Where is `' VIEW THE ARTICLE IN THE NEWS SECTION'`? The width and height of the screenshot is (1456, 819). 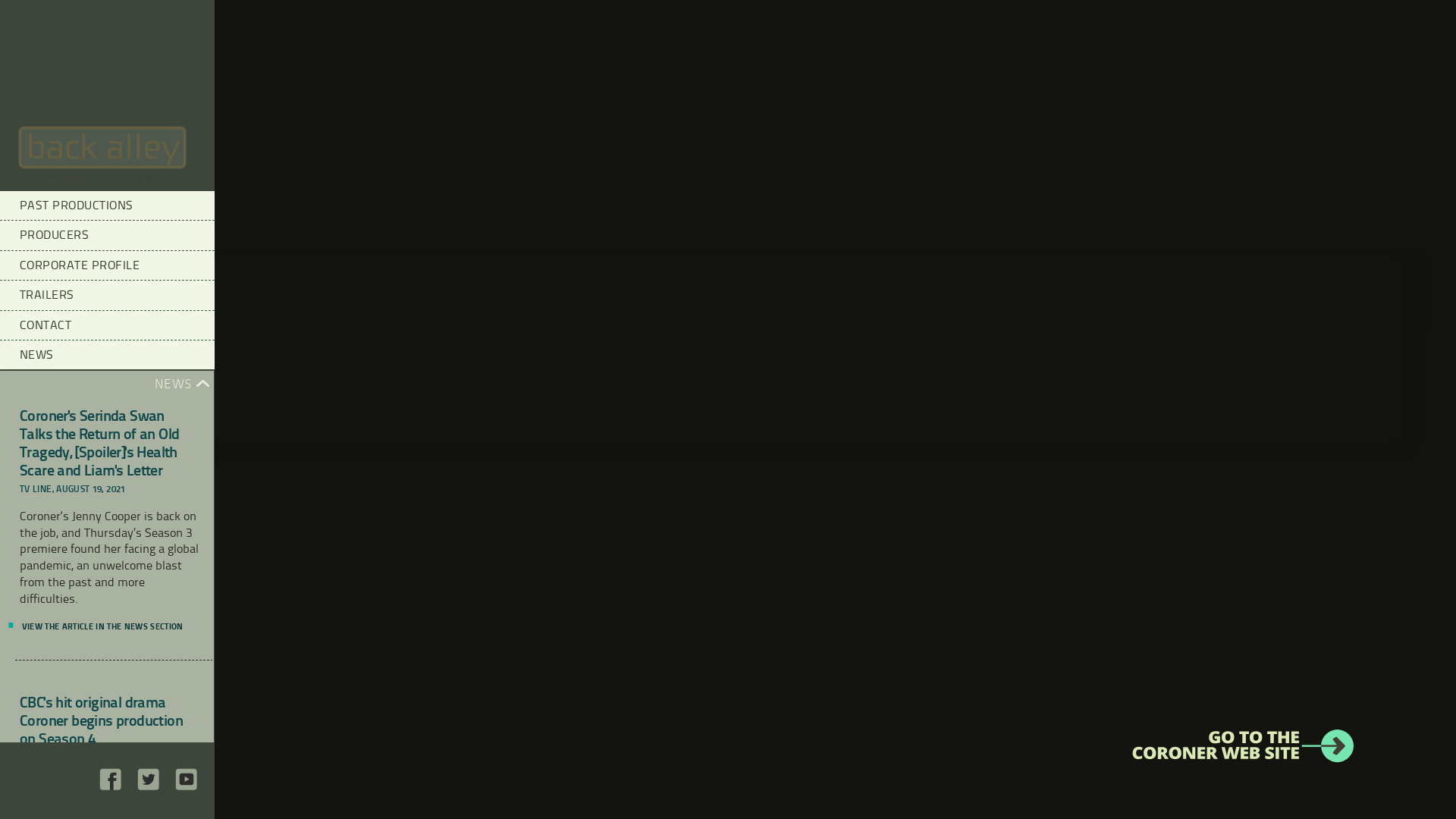 ' VIEW THE ARTICLE IN THE NEWS SECTION' is located at coordinates (100, 626).